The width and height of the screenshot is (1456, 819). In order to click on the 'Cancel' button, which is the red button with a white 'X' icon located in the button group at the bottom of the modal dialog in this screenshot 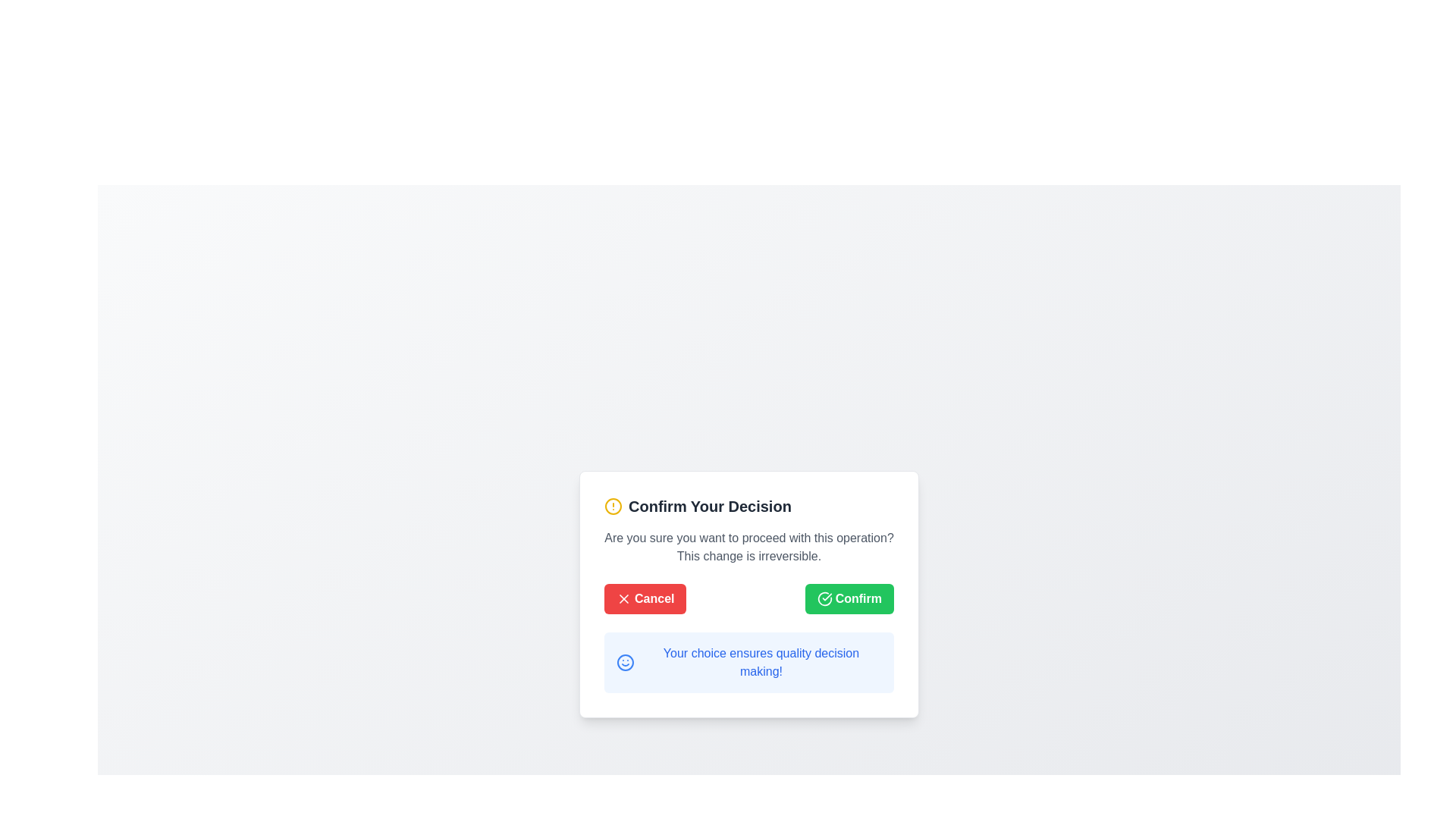, I will do `click(749, 598)`.